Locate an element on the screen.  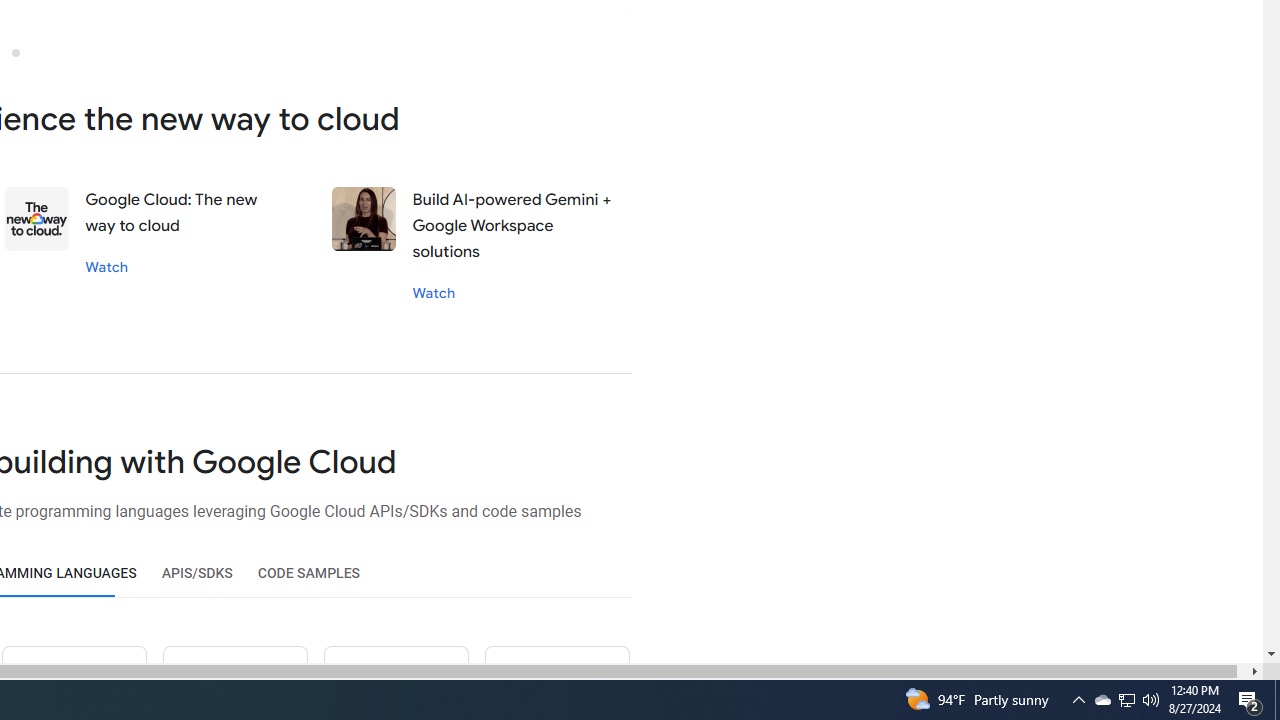
'APIS/SDKS' is located at coordinates (197, 573).